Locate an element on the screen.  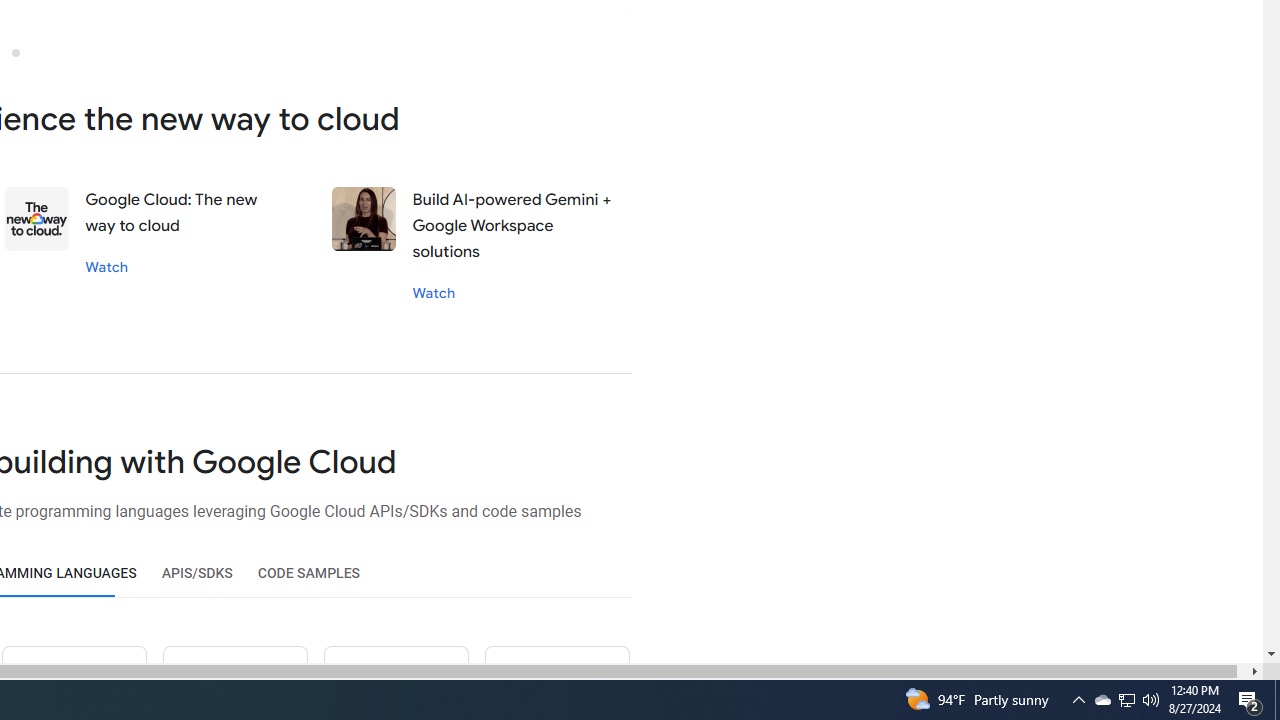
'APIS/SDKS' is located at coordinates (197, 573).